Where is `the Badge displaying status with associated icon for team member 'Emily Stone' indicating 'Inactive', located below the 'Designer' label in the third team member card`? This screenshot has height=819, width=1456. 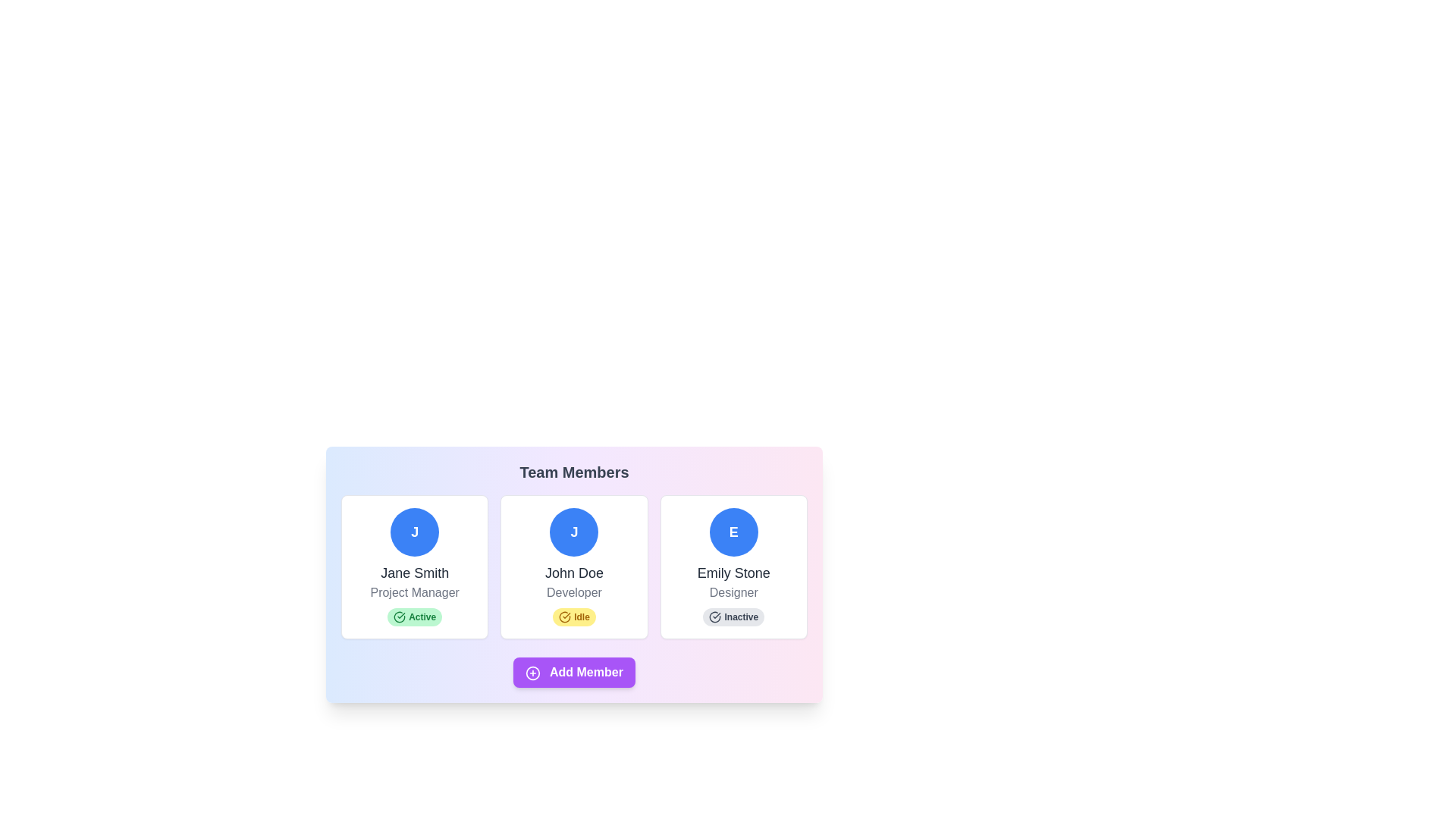
the Badge displaying status with associated icon for team member 'Emily Stone' indicating 'Inactive', located below the 'Designer' label in the third team member card is located at coordinates (733, 617).